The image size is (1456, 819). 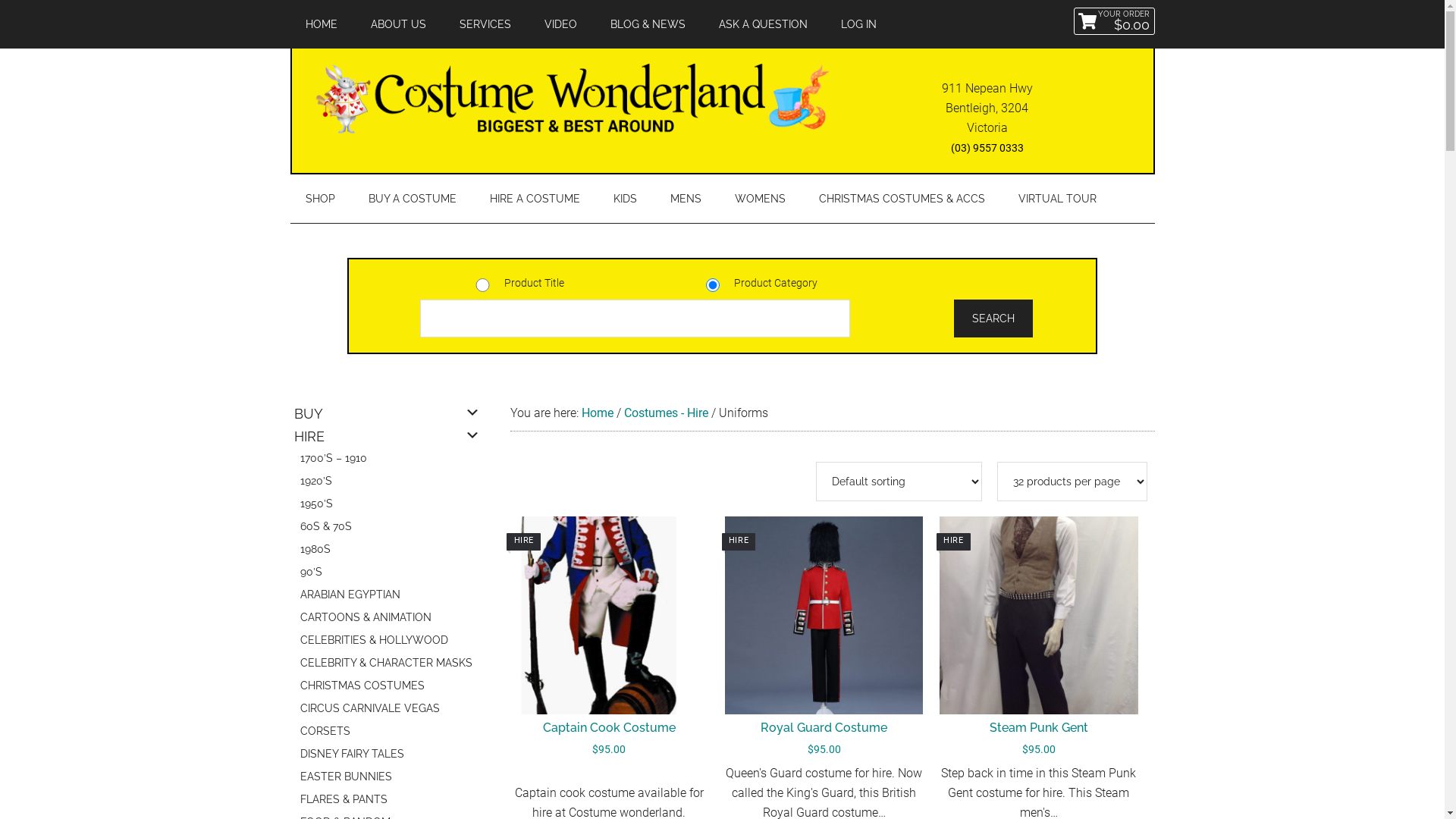 I want to click on '(03) 9557 0333', so click(x=987, y=148).